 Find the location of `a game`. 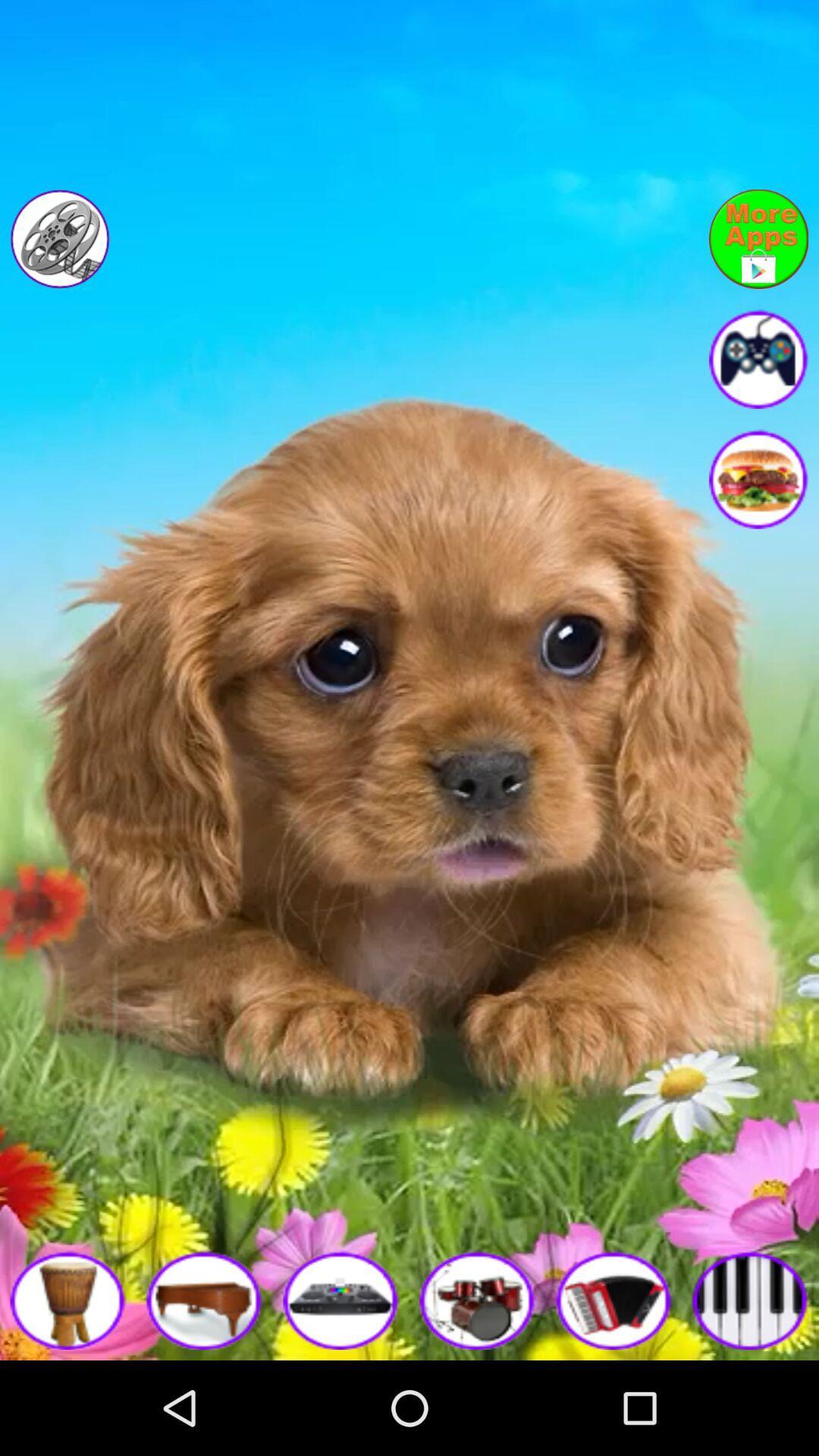

a game is located at coordinates (67, 1299).